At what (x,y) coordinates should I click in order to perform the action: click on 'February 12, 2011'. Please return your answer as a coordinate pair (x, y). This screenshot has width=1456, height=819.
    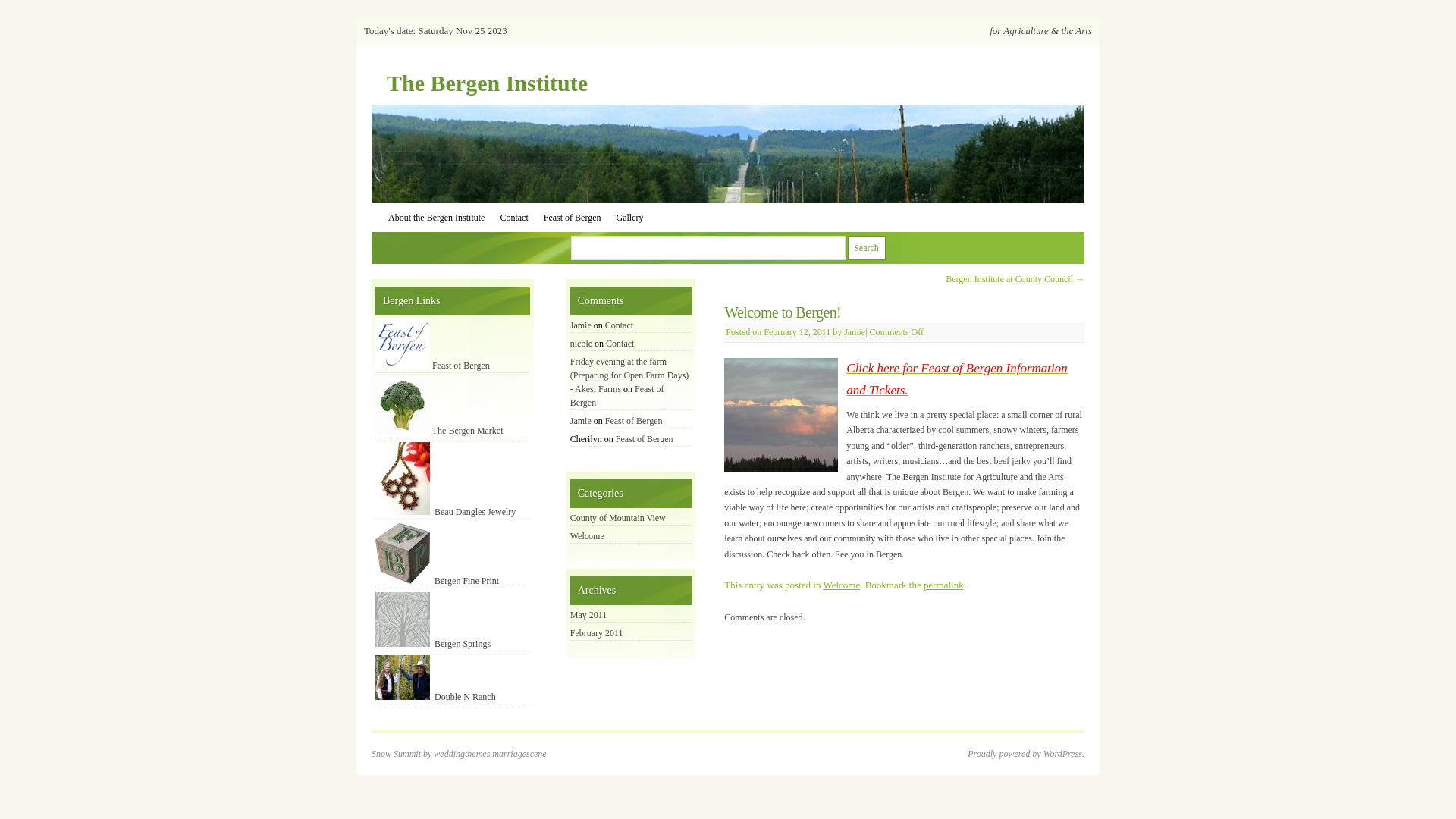
    Looking at the image, I should click on (796, 331).